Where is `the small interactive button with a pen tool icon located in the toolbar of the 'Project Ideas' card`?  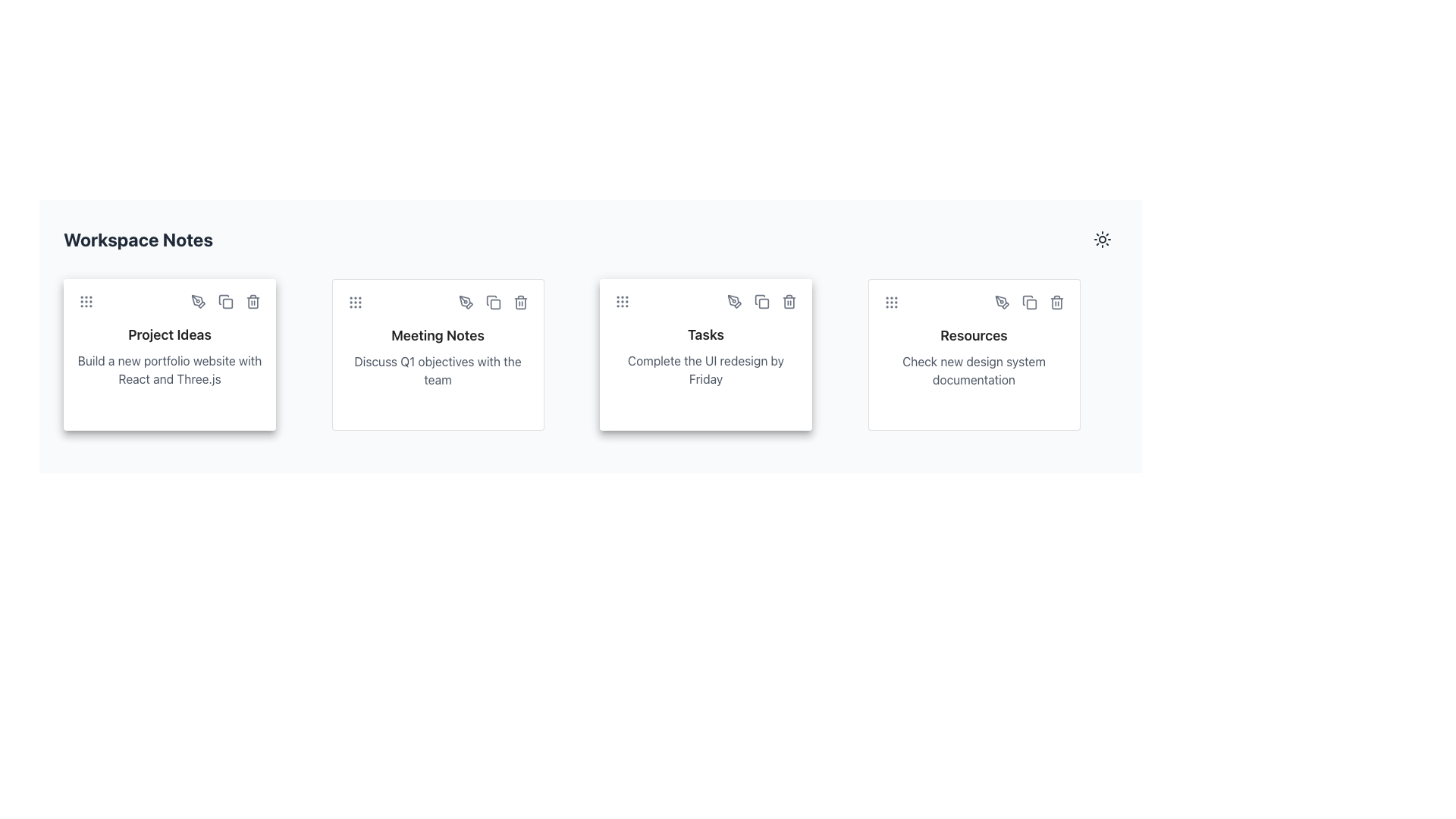
the small interactive button with a pen tool icon located in the toolbar of the 'Project Ideas' card is located at coordinates (198, 301).